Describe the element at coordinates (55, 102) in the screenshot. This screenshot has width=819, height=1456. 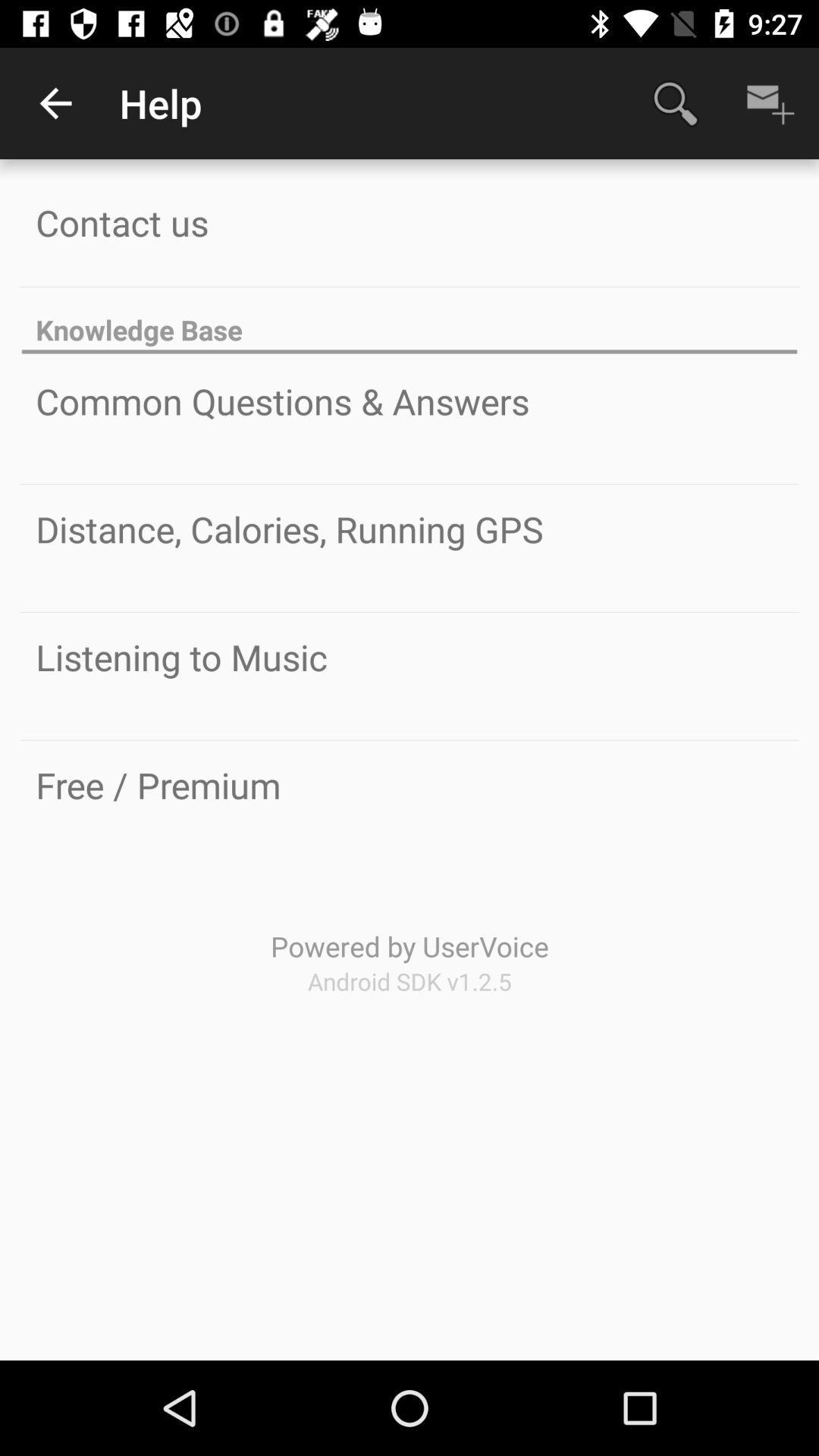
I see `item above the contact us` at that location.